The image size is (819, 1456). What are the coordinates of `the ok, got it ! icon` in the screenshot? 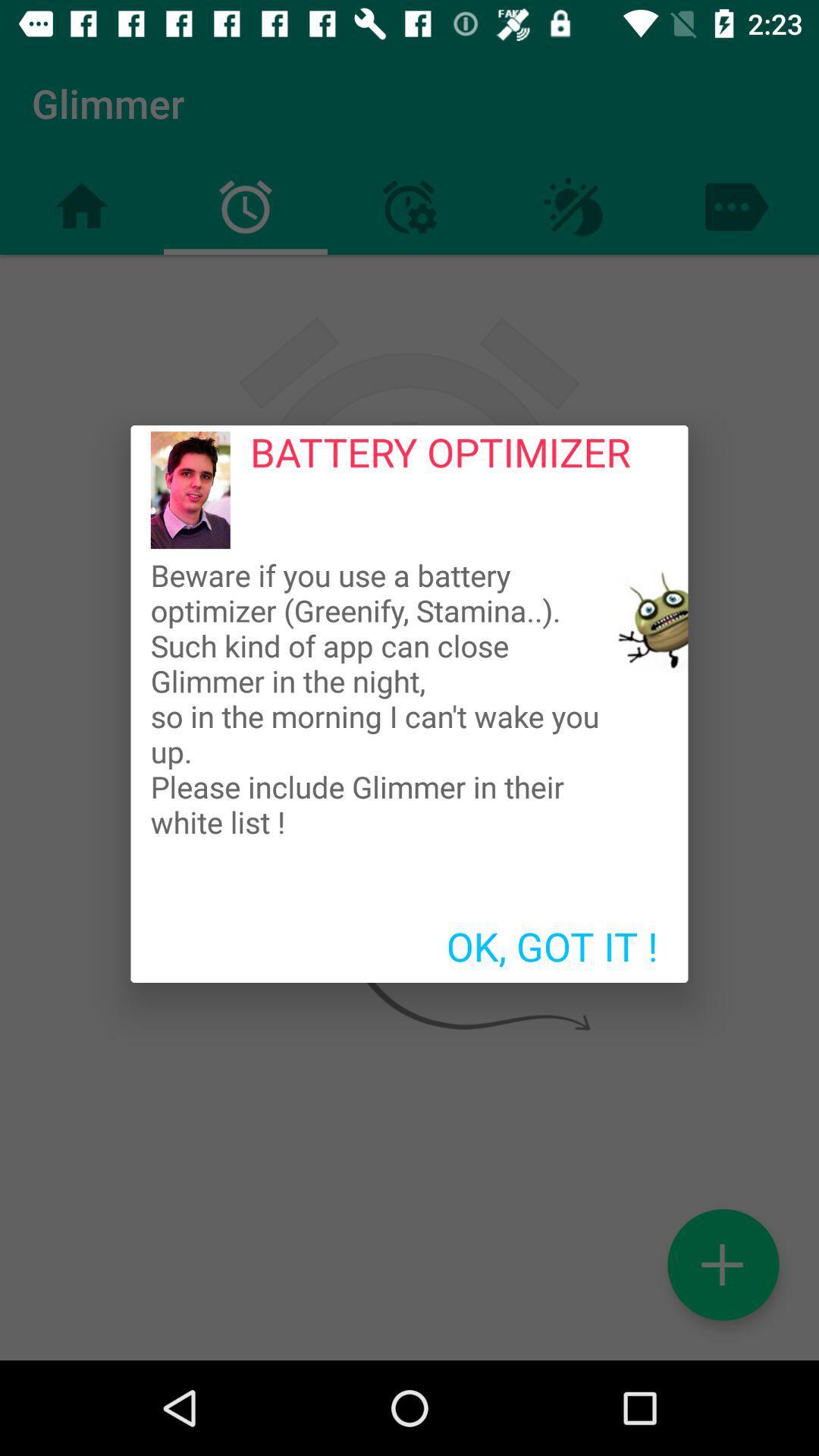 It's located at (552, 945).